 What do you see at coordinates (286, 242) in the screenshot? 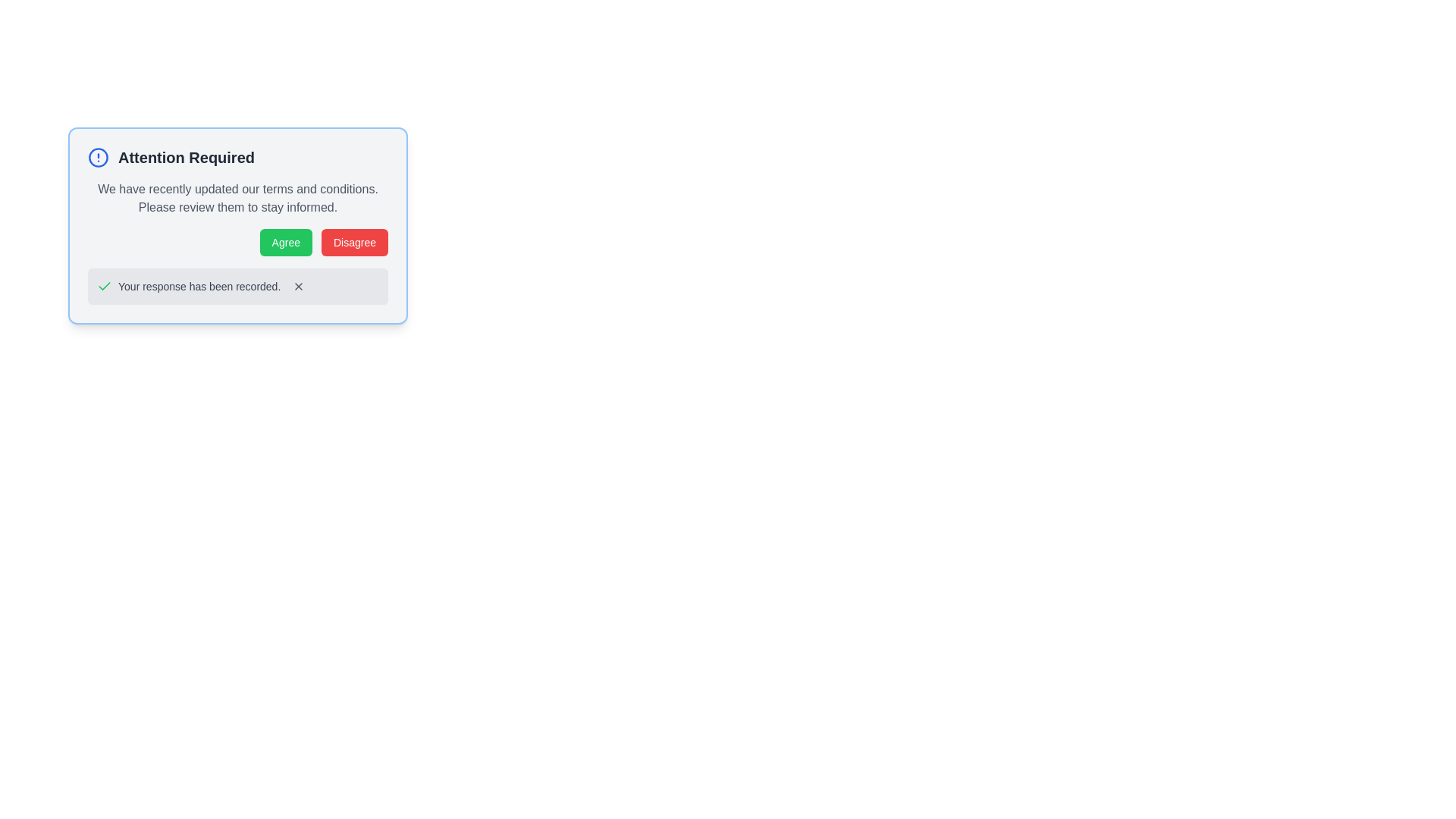
I see `the 'Agree' button located in the bottom right portion of the modal window to accept the presented message or prompt` at bounding box center [286, 242].